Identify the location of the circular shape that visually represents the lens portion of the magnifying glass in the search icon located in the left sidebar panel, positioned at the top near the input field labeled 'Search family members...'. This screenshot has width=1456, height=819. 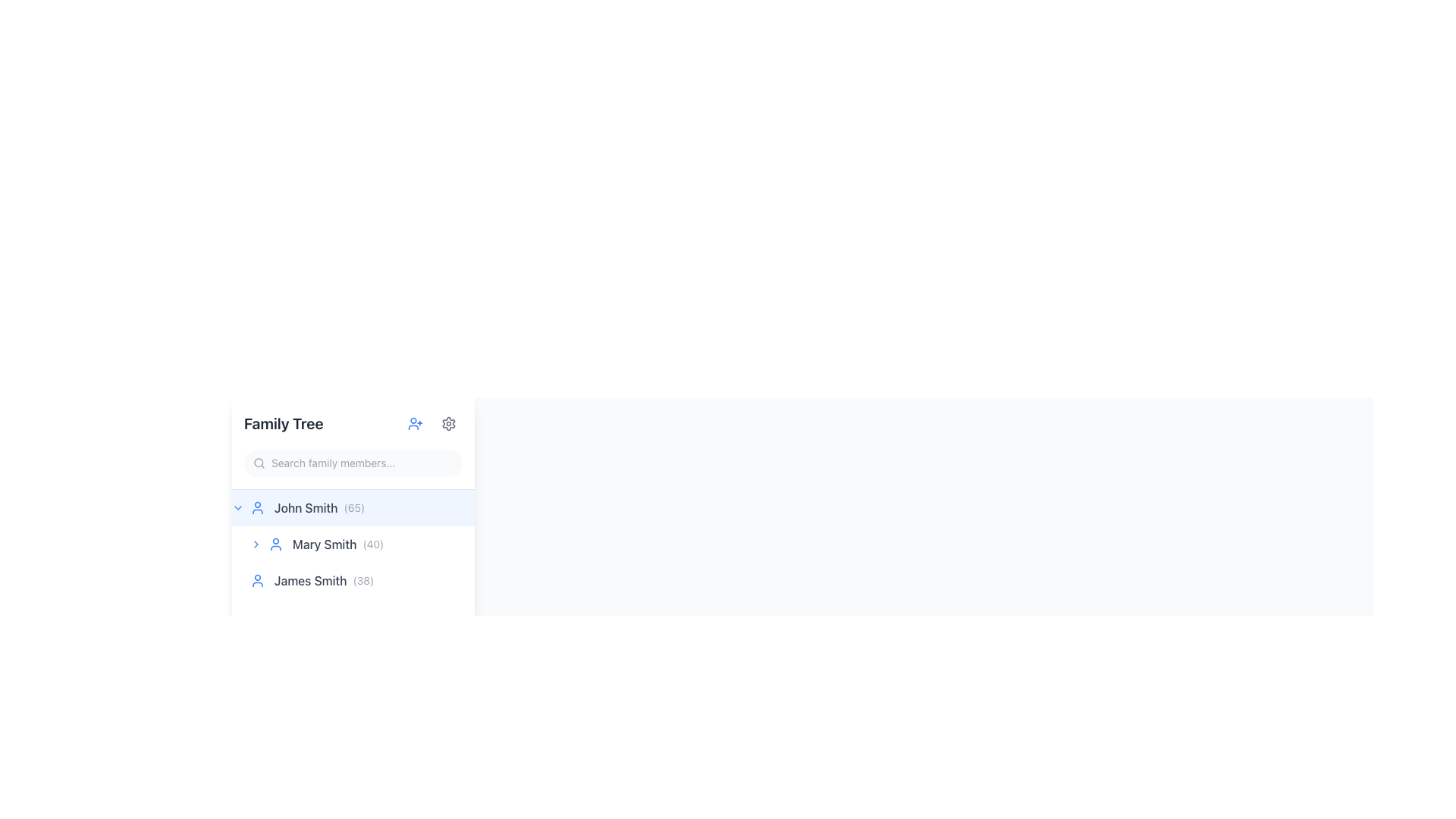
(259, 462).